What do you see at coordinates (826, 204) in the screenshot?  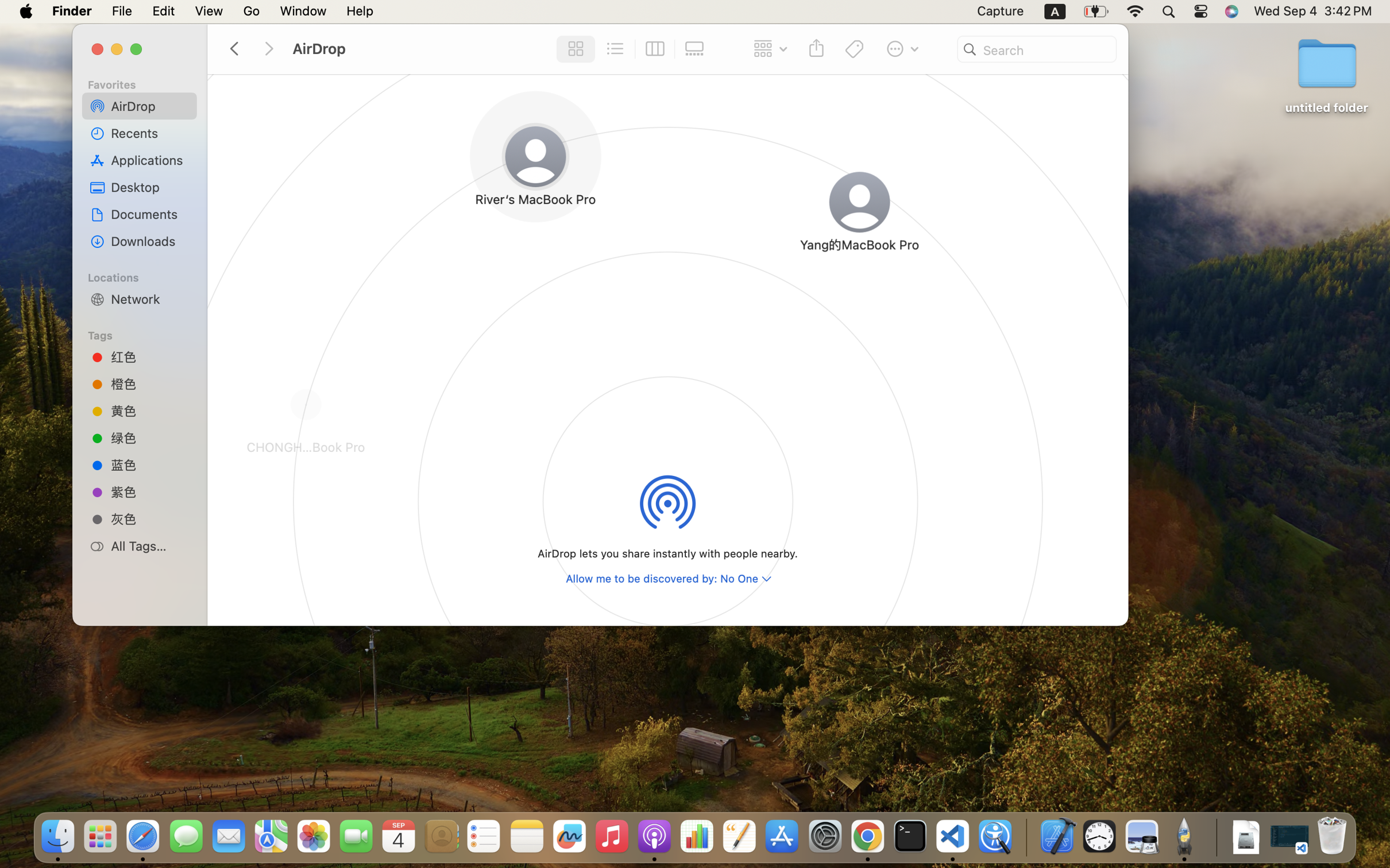 I see `'Yang的MacBook Pro'` at bounding box center [826, 204].